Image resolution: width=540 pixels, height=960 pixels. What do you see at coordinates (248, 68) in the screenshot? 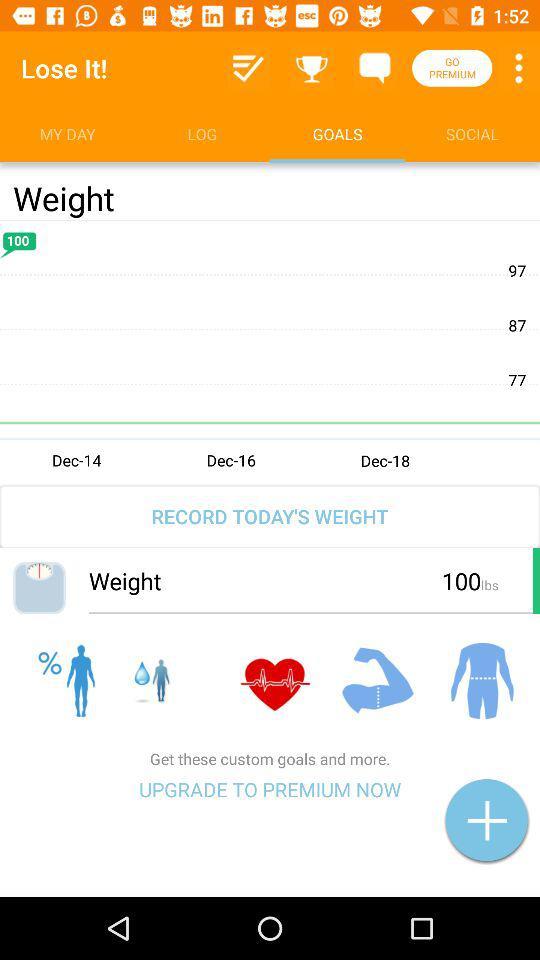
I see `app above the log item` at bounding box center [248, 68].